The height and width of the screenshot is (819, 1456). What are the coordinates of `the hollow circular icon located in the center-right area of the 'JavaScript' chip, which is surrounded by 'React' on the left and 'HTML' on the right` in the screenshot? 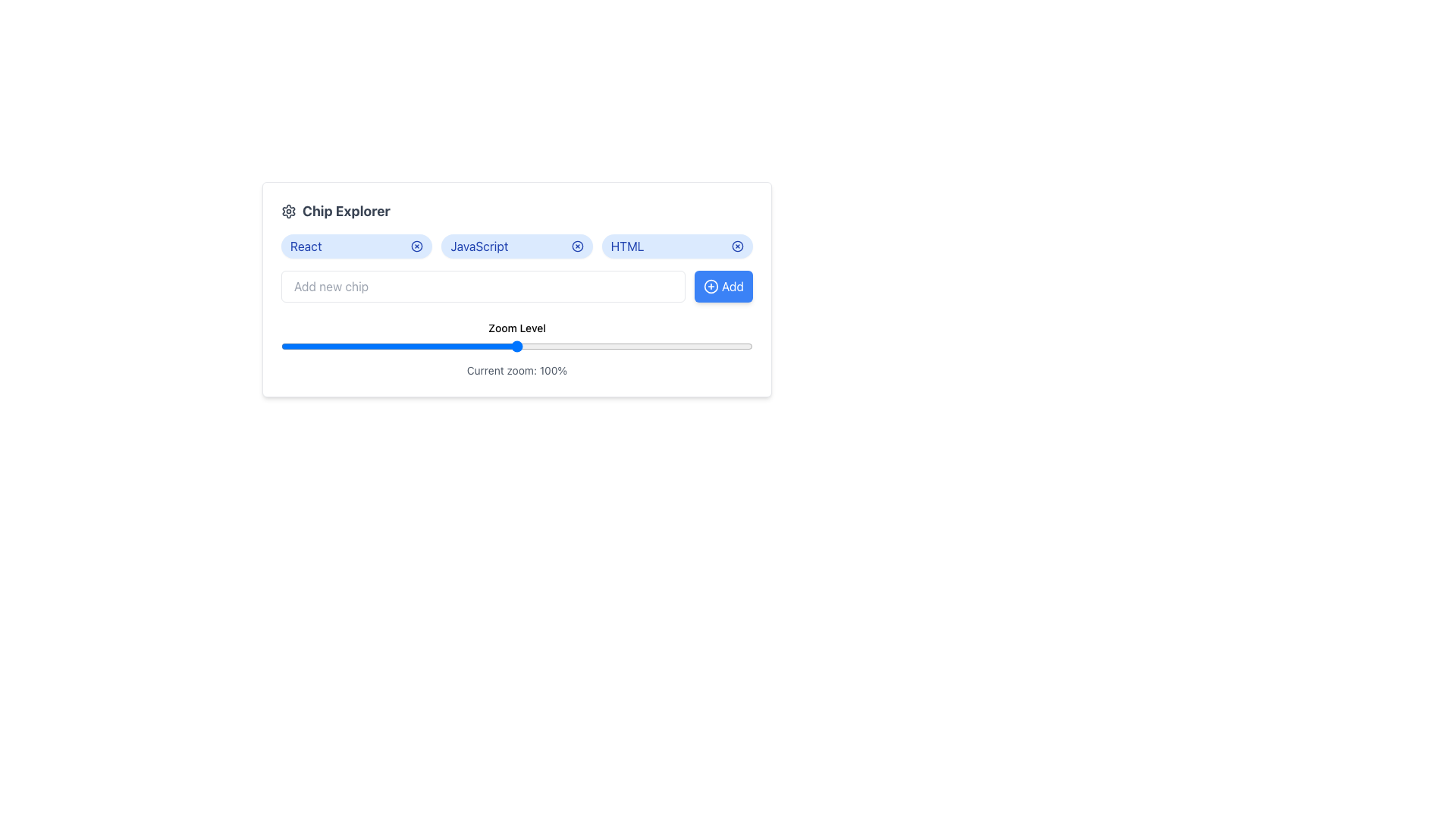 It's located at (417, 245).